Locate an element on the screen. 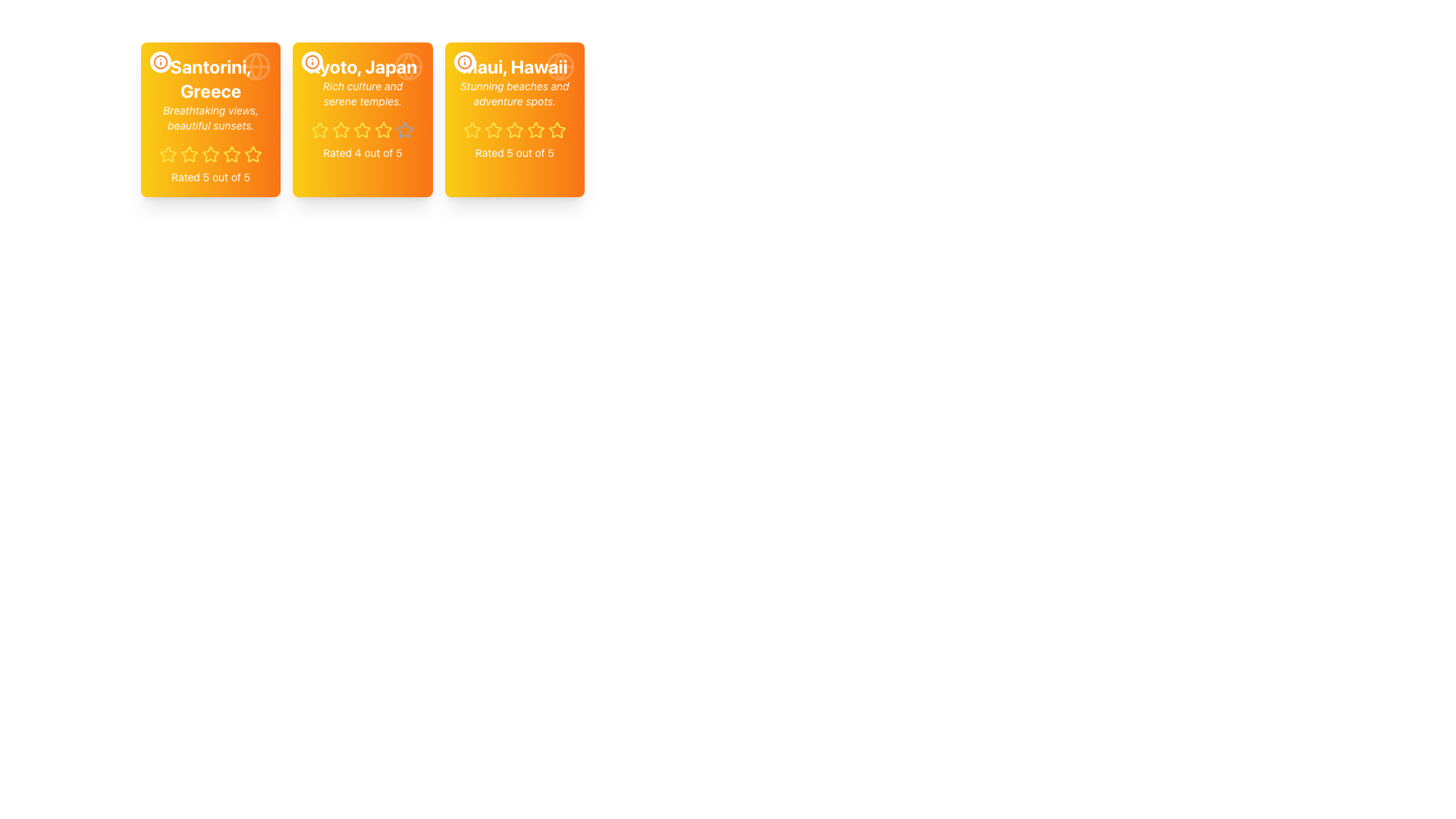  the information icon located at the top-left of the 'Santorini, Greece' card is located at coordinates (160, 61).